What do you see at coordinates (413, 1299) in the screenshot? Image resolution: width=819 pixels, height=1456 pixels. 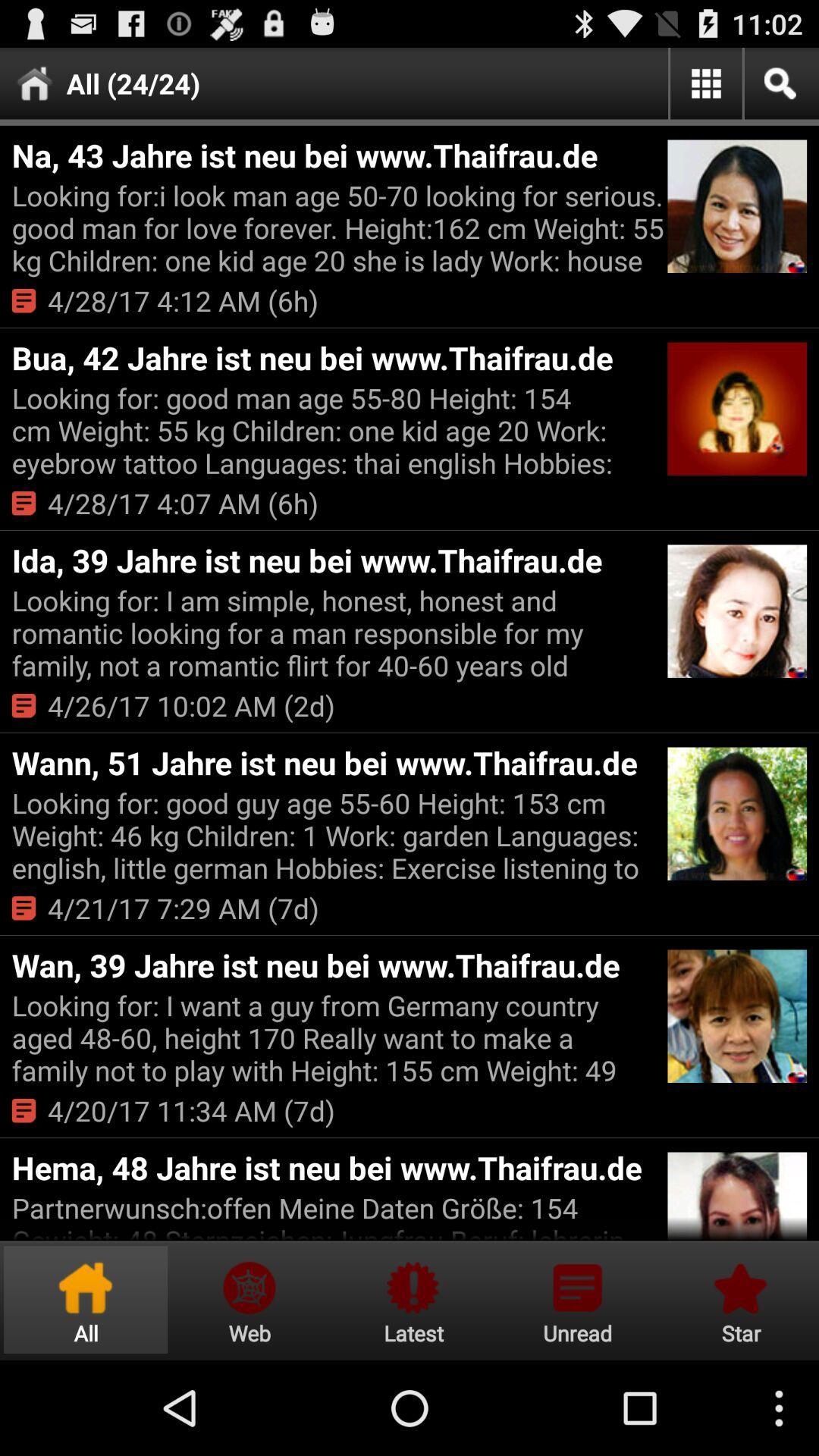 I see `latest` at bounding box center [413, 1299].